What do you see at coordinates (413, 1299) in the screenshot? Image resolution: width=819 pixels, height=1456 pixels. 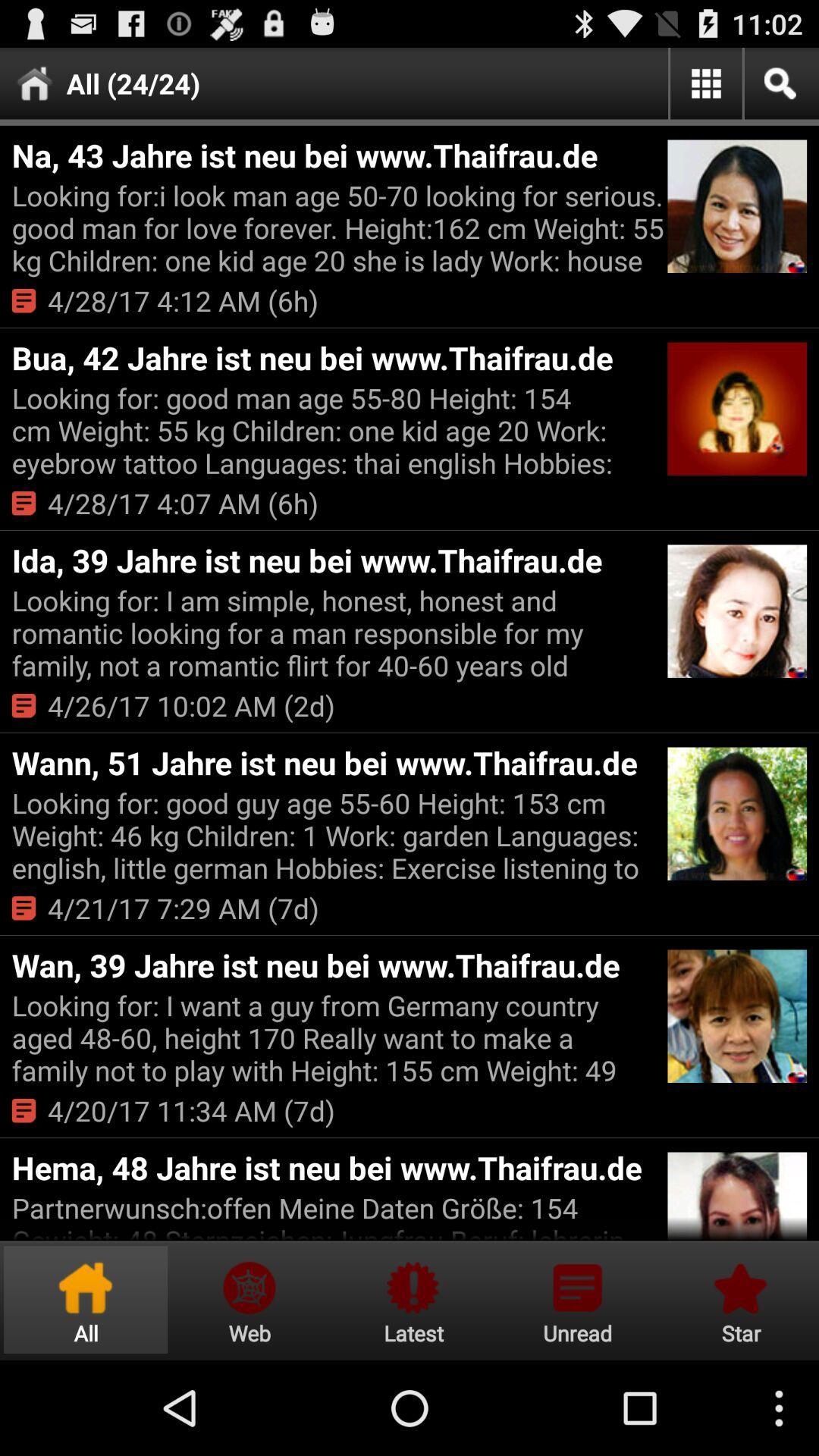 I see `latest` at bounding box center [413, 1299].